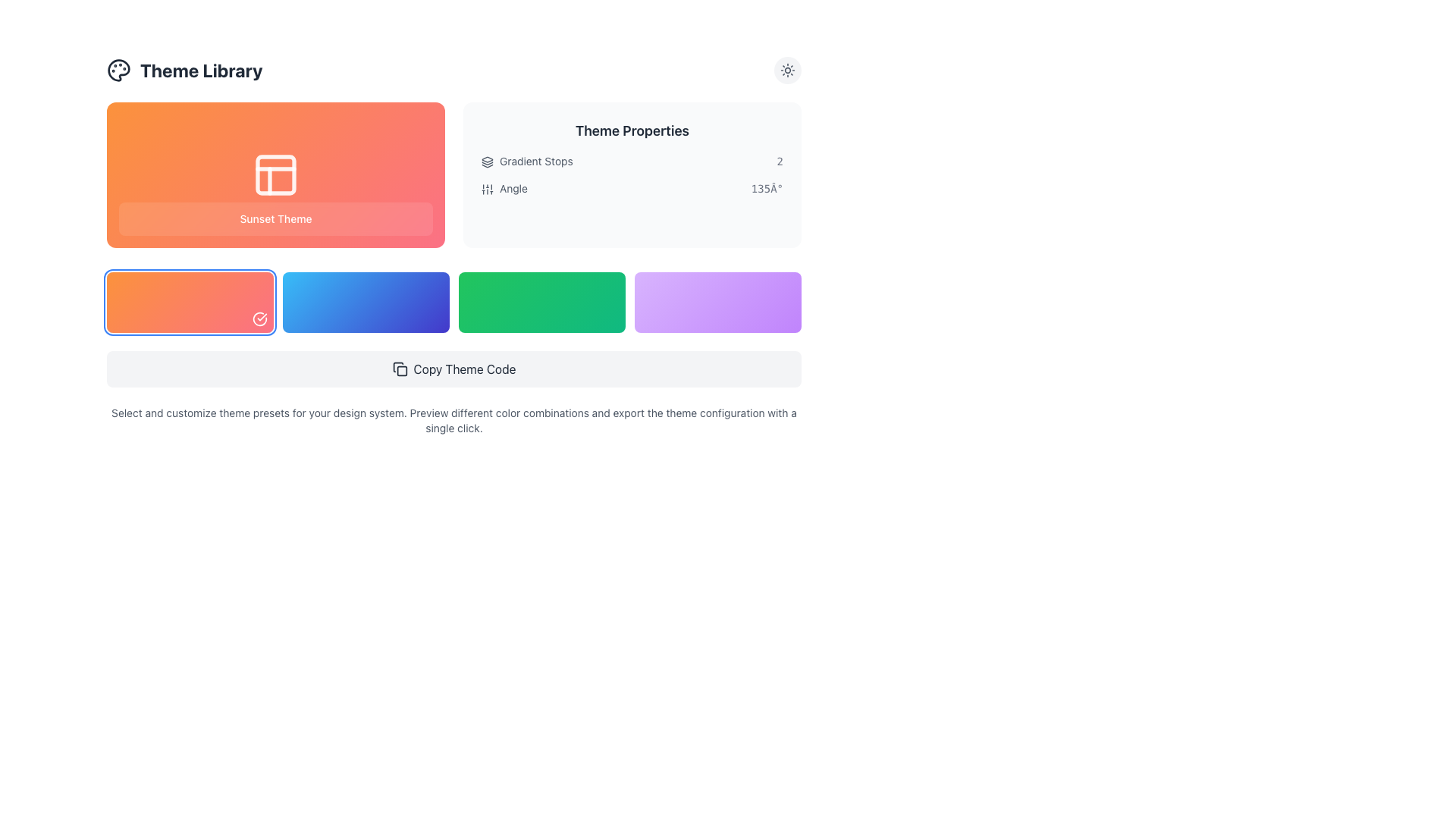 The image size is (1456, 819). I want to click on the theme switcher icon located at the top-right corner of the interface, adjacent to the title 'Theme Properties', so click(787, 70).